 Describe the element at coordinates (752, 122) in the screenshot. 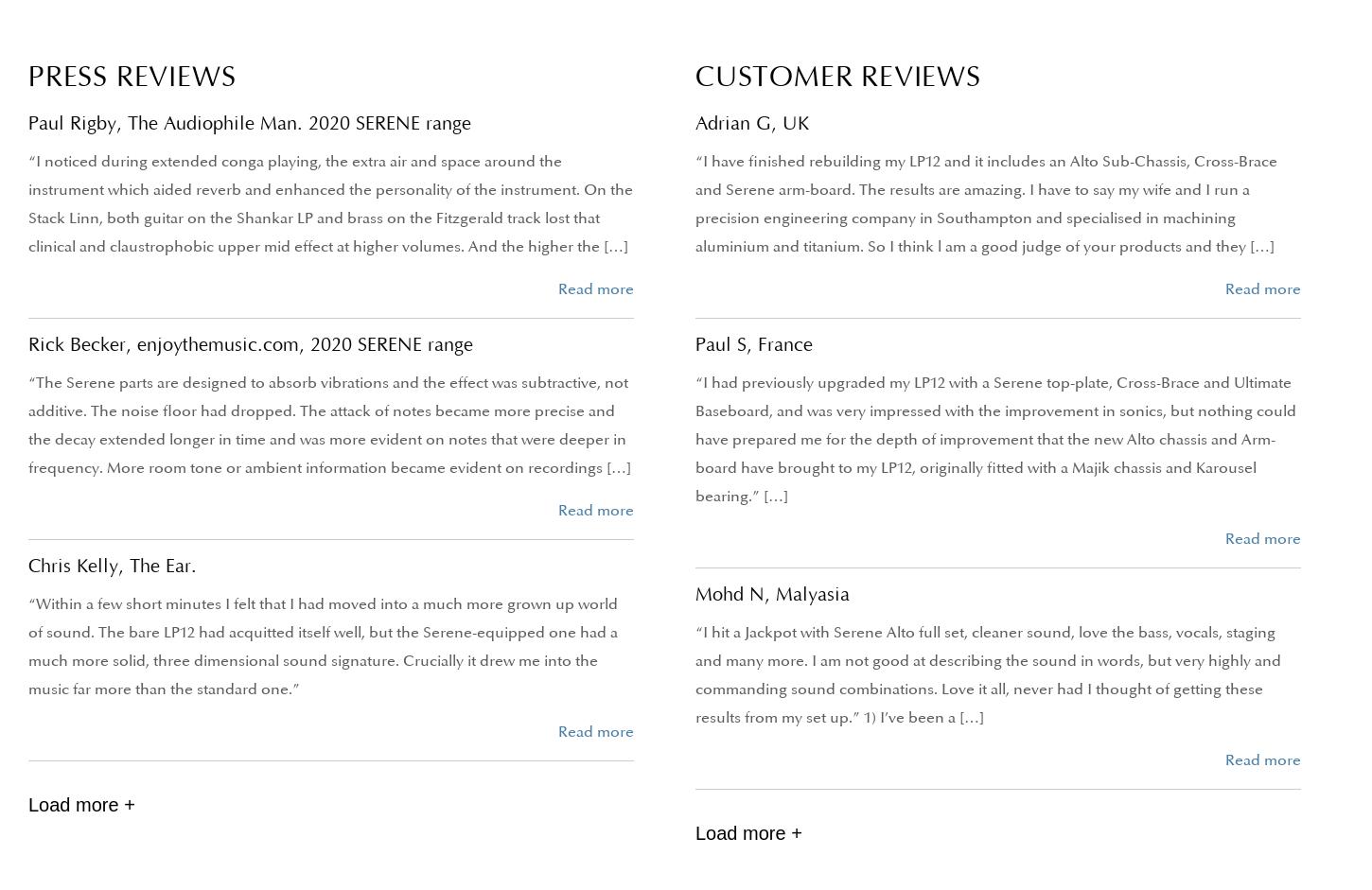

I see `'Adrian G, UK'` at that location.